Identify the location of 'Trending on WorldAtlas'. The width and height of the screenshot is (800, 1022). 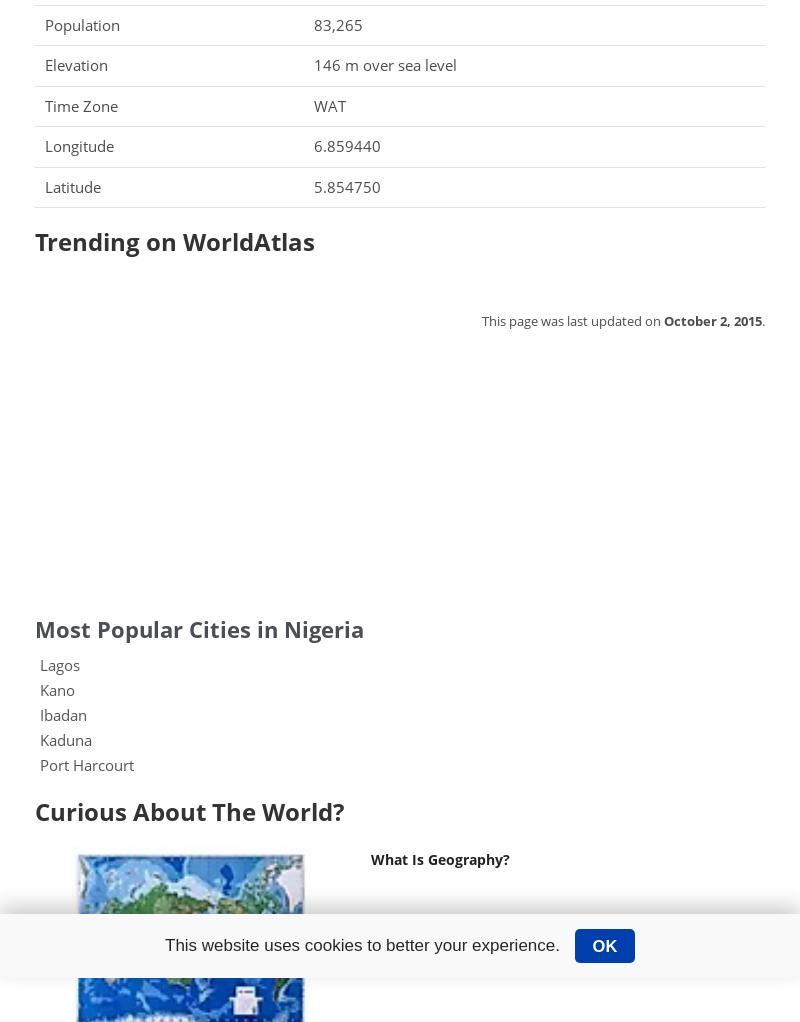
(33, 239).